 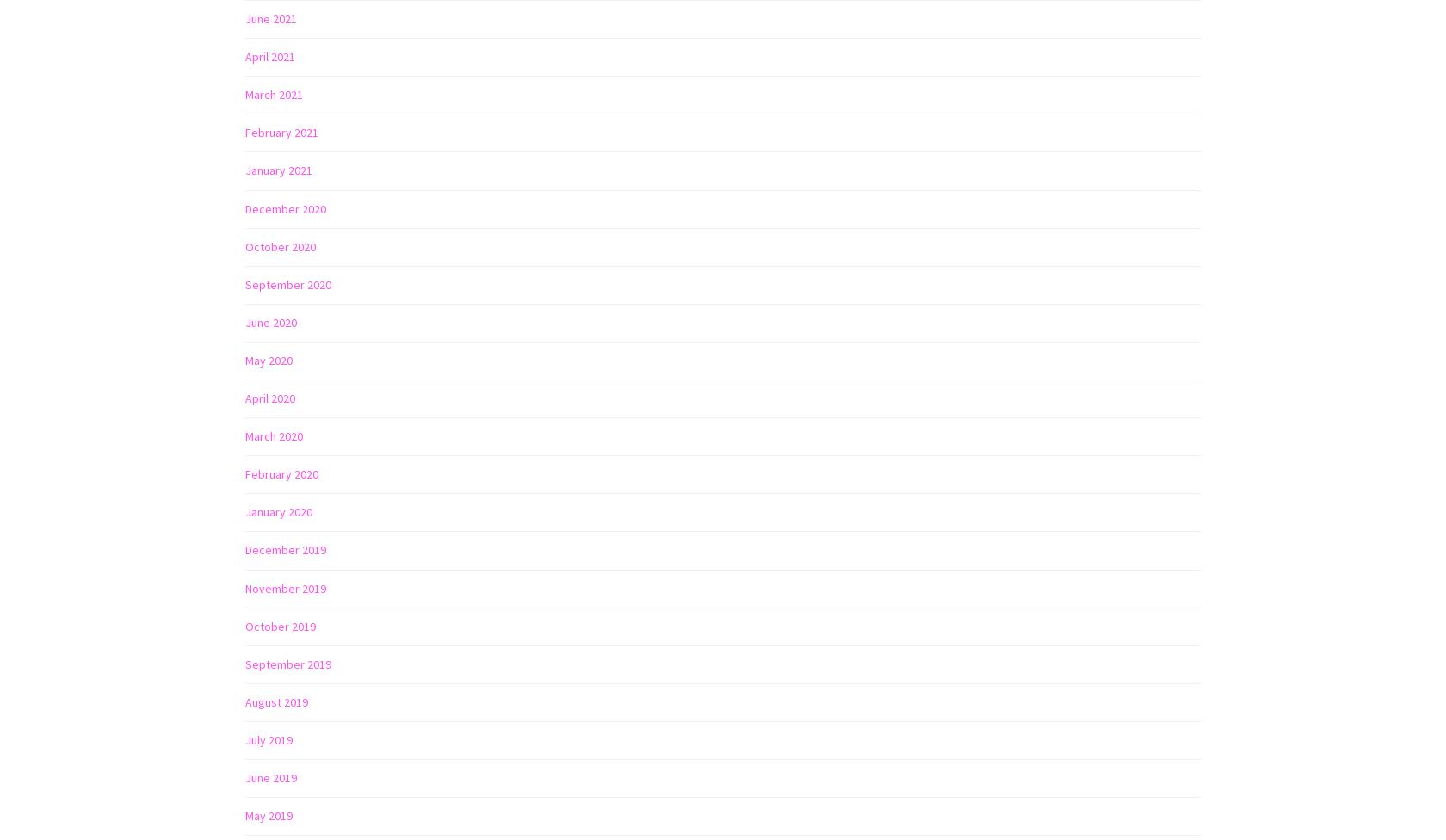 What do you see at coordinates (285, 587) in the screenshot?
I see `'November 2019'` at bounding box center [285, 587].